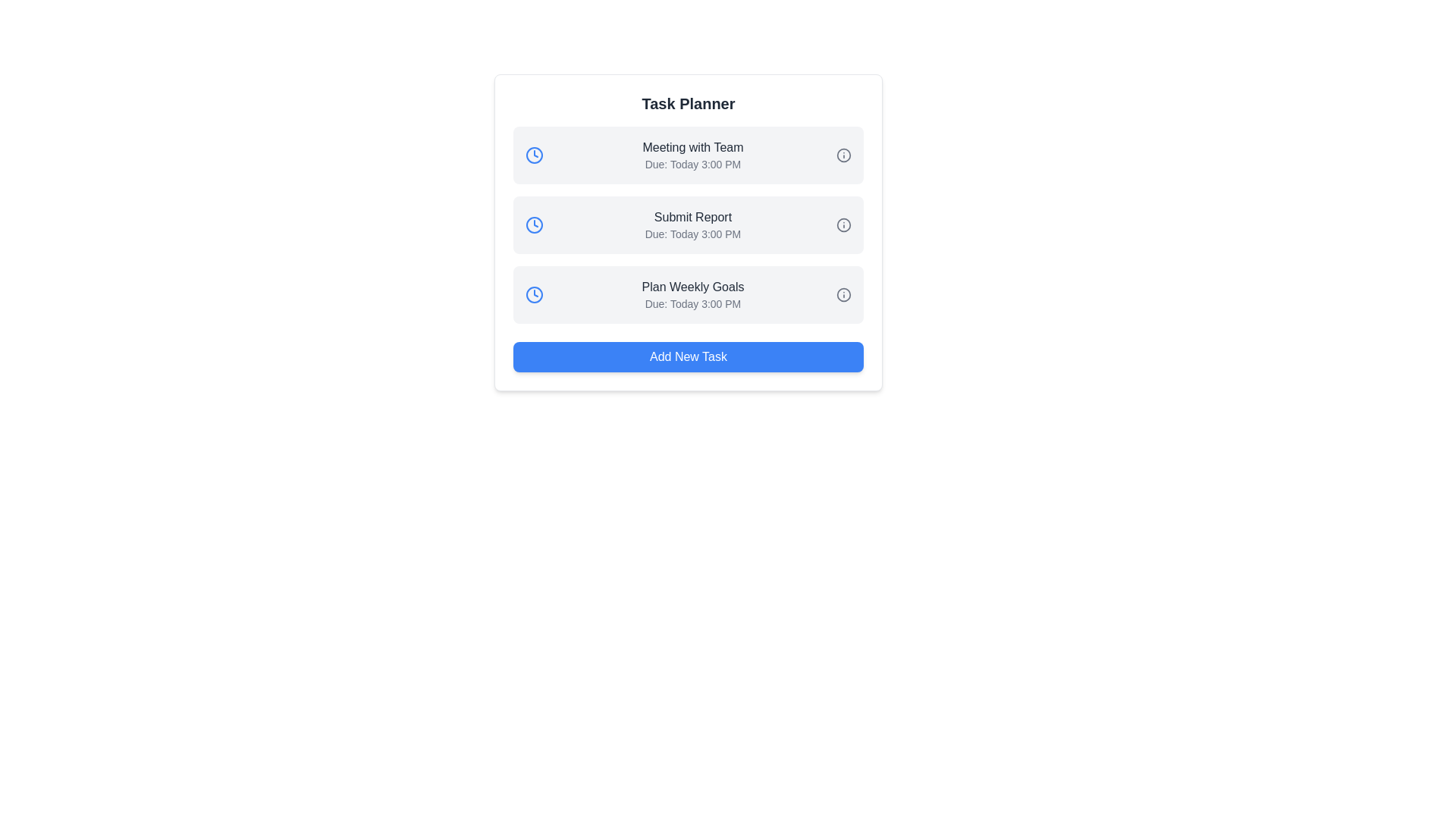  I want to click on the 'Submit Report' text label, which serves as the main identifier for the task item located in the second task block of the task planner interface, so click(692, 217).